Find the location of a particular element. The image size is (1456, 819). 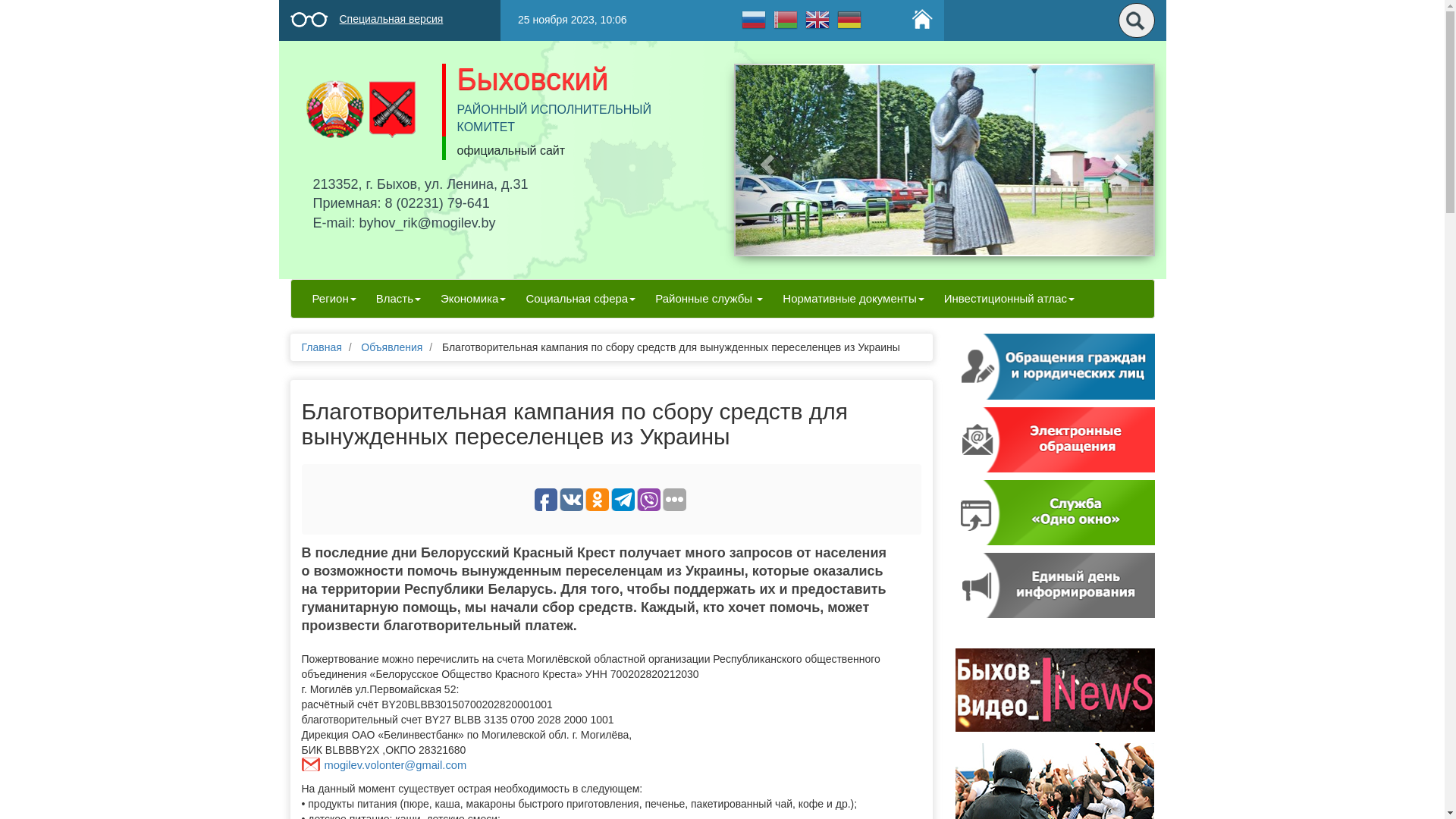

'German' is located at coordinates (832, 18).